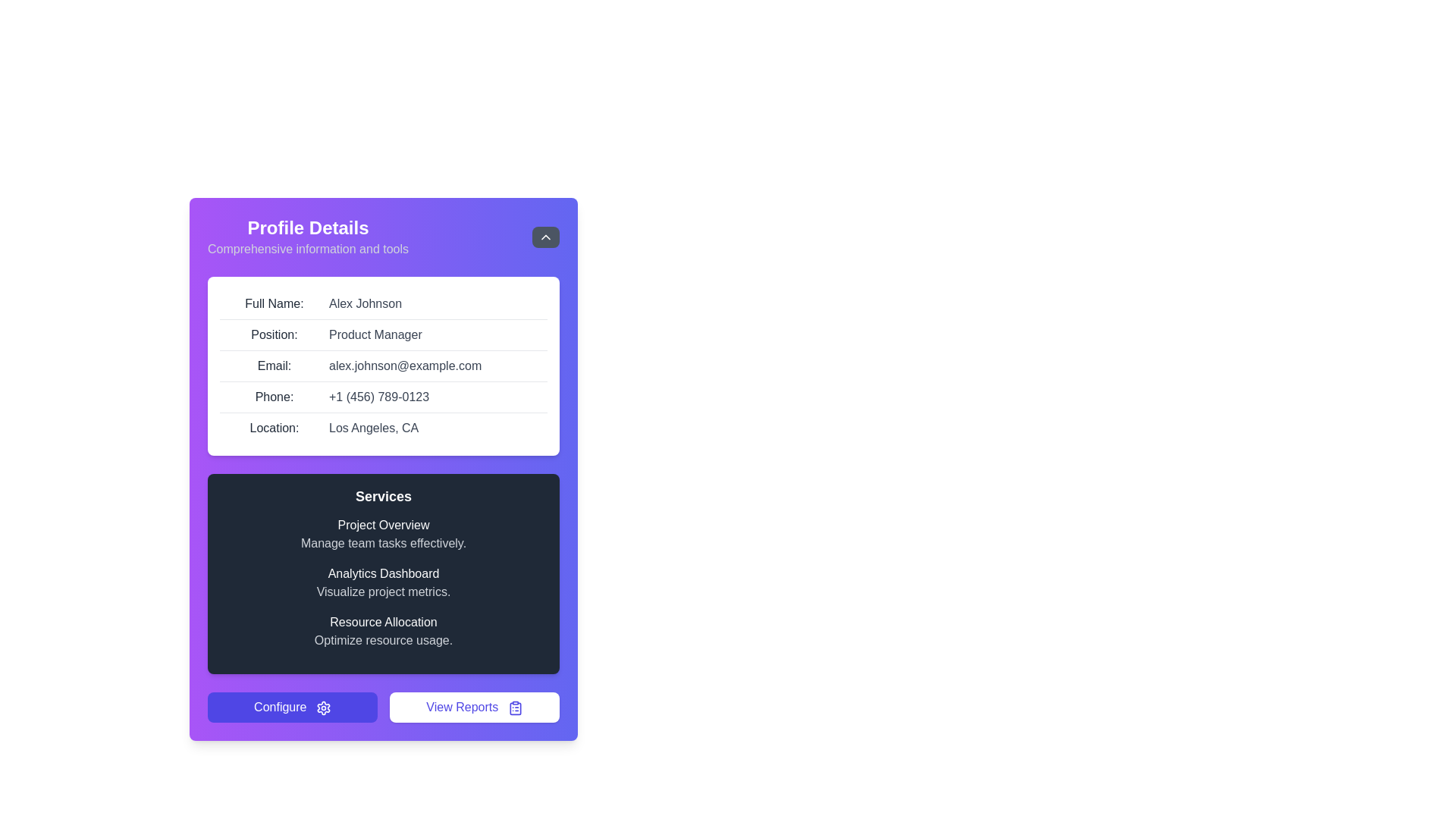  What do you see at coordinates (322, 708) in the screenshot?
I see `the gear-shaped settings icon within the 'Configure' button located at the bottom left corner of the main panel` at bounding box center [322, 708].